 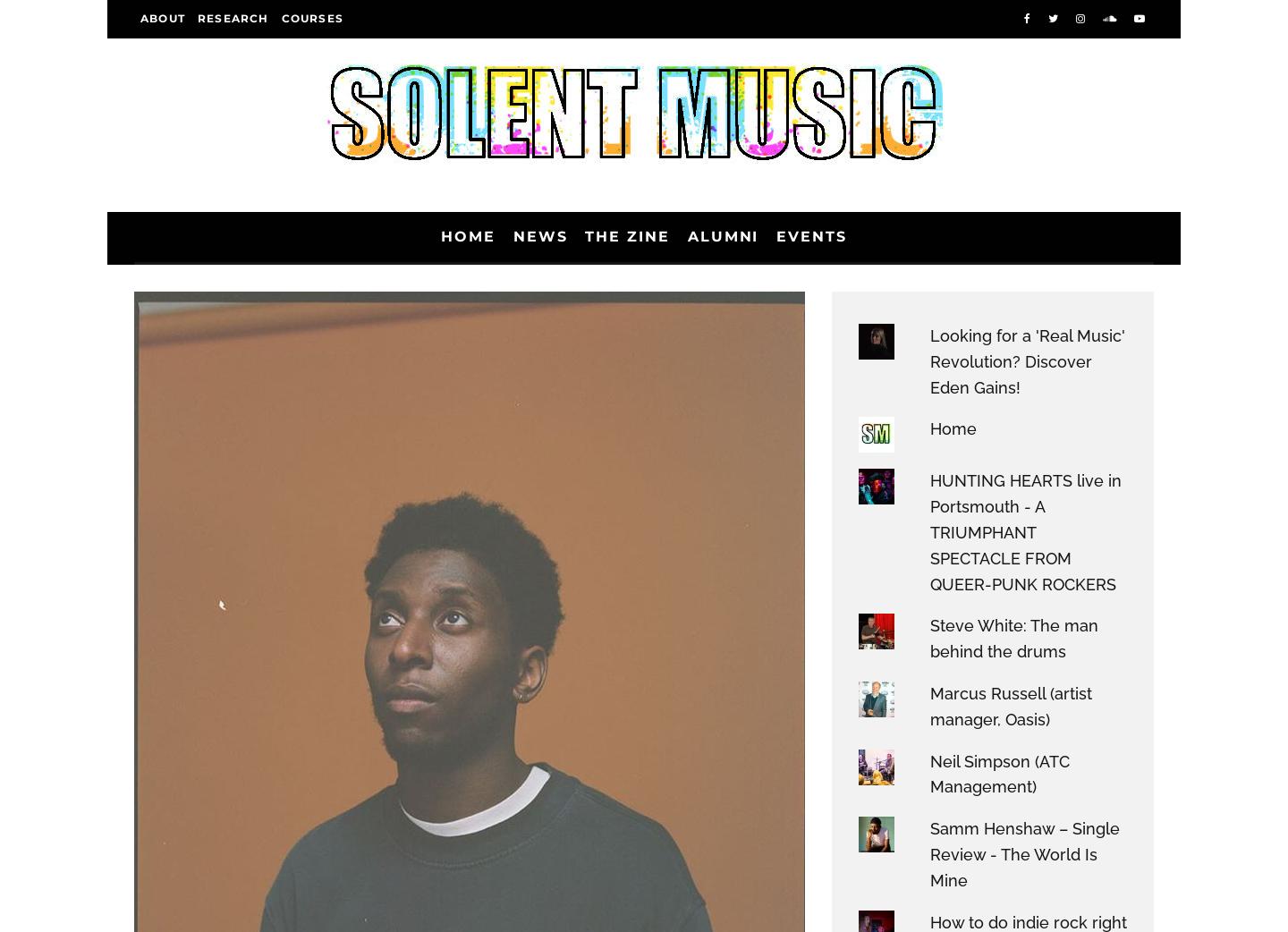 I want to click on 'Samm Henshaw – Single Review - The World Is Mine', so click(x=1023, y=852).